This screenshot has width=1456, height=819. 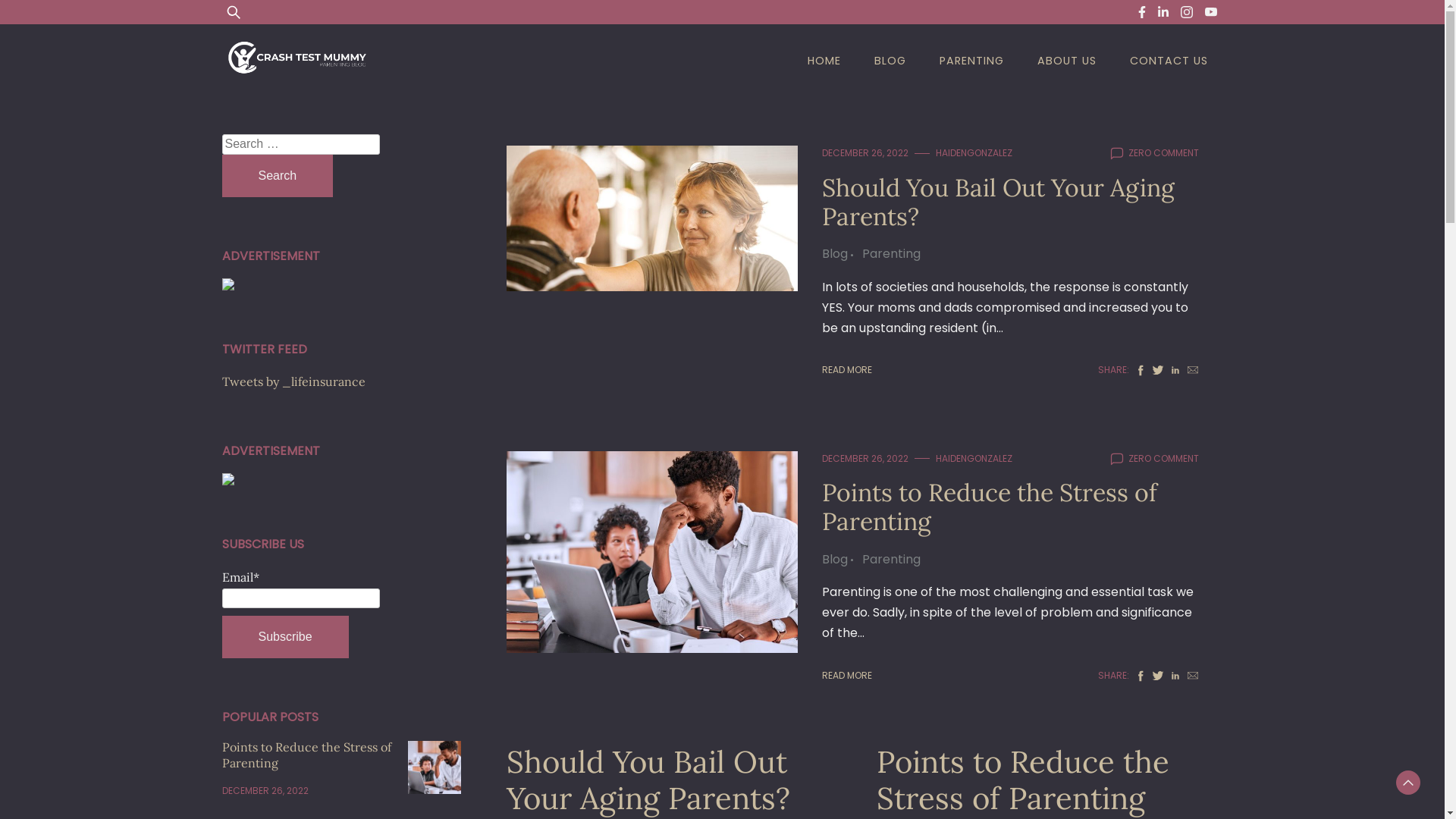 I want to click on 'Blog', so click(x=838, y=559).